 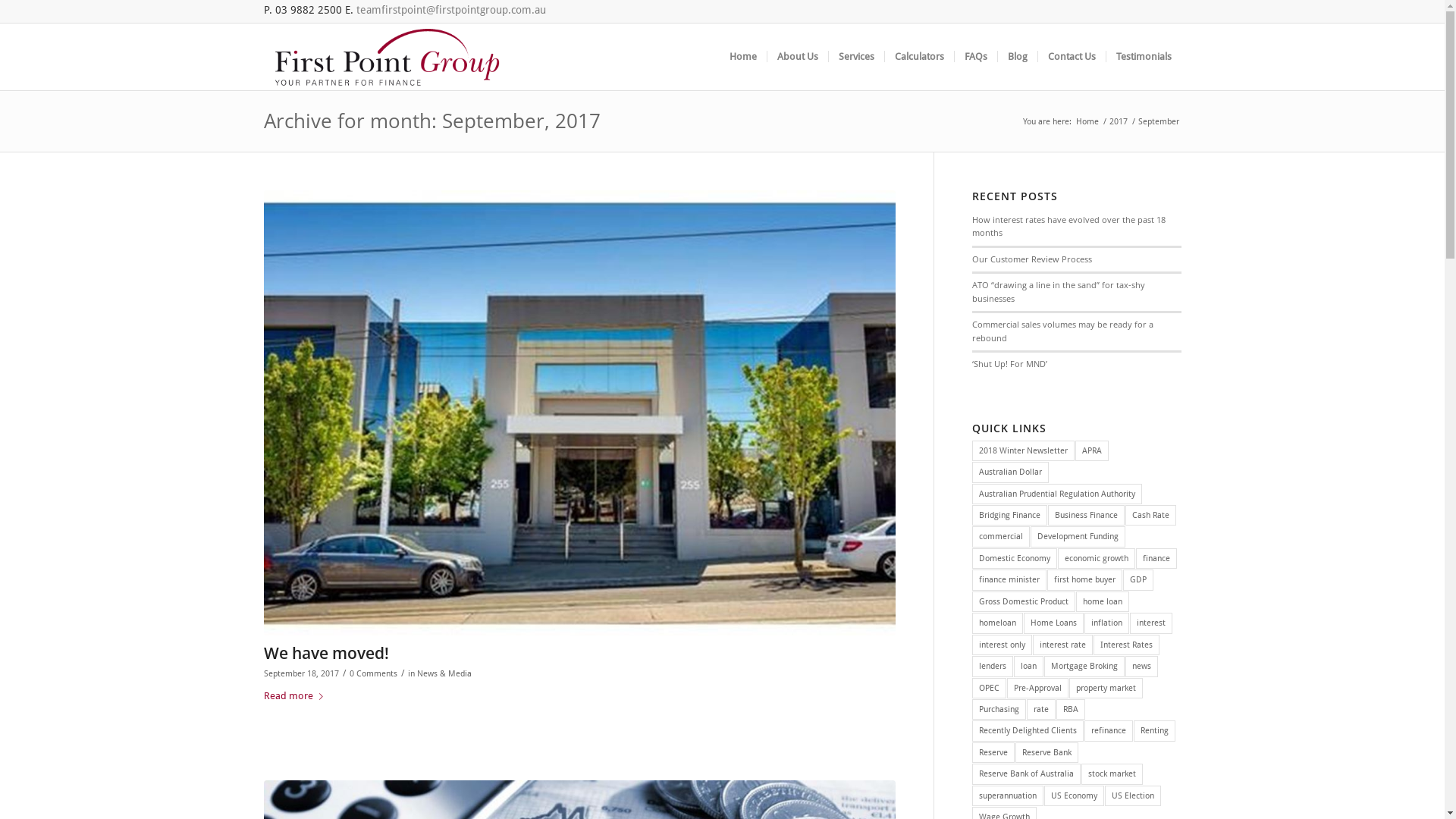 What do you see at coordinates (443, 673) in the screenshot?
I see `'News & Media'` at bounding box center [443, 673].